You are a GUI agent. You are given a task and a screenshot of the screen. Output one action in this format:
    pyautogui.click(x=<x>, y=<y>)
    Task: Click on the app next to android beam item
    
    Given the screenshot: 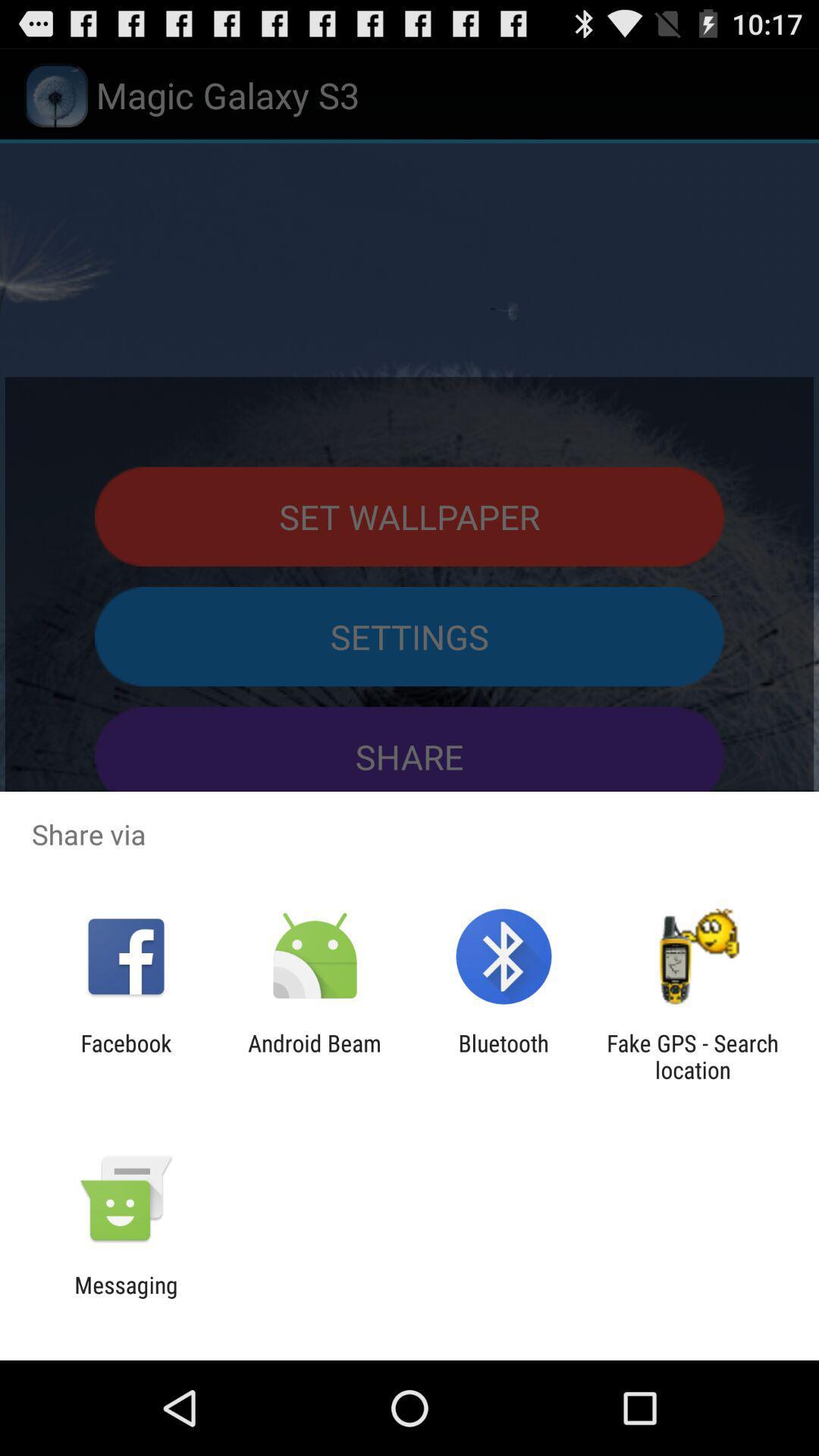 What is the action you would take?
    pyautogui.click(x=504, y=1056)
    